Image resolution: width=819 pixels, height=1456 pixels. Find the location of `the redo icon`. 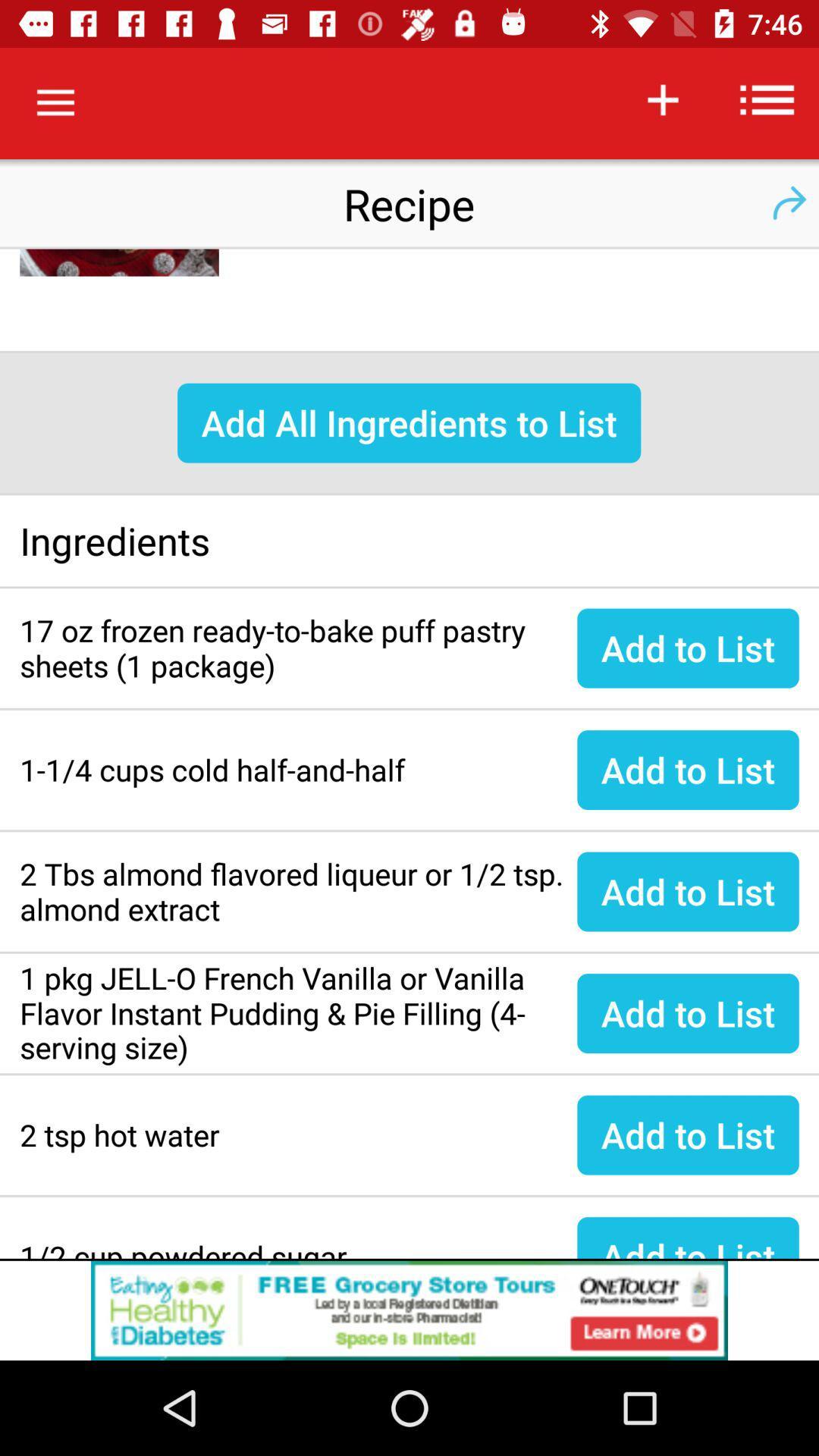

the redo icon is located at coordinates (788, 202).